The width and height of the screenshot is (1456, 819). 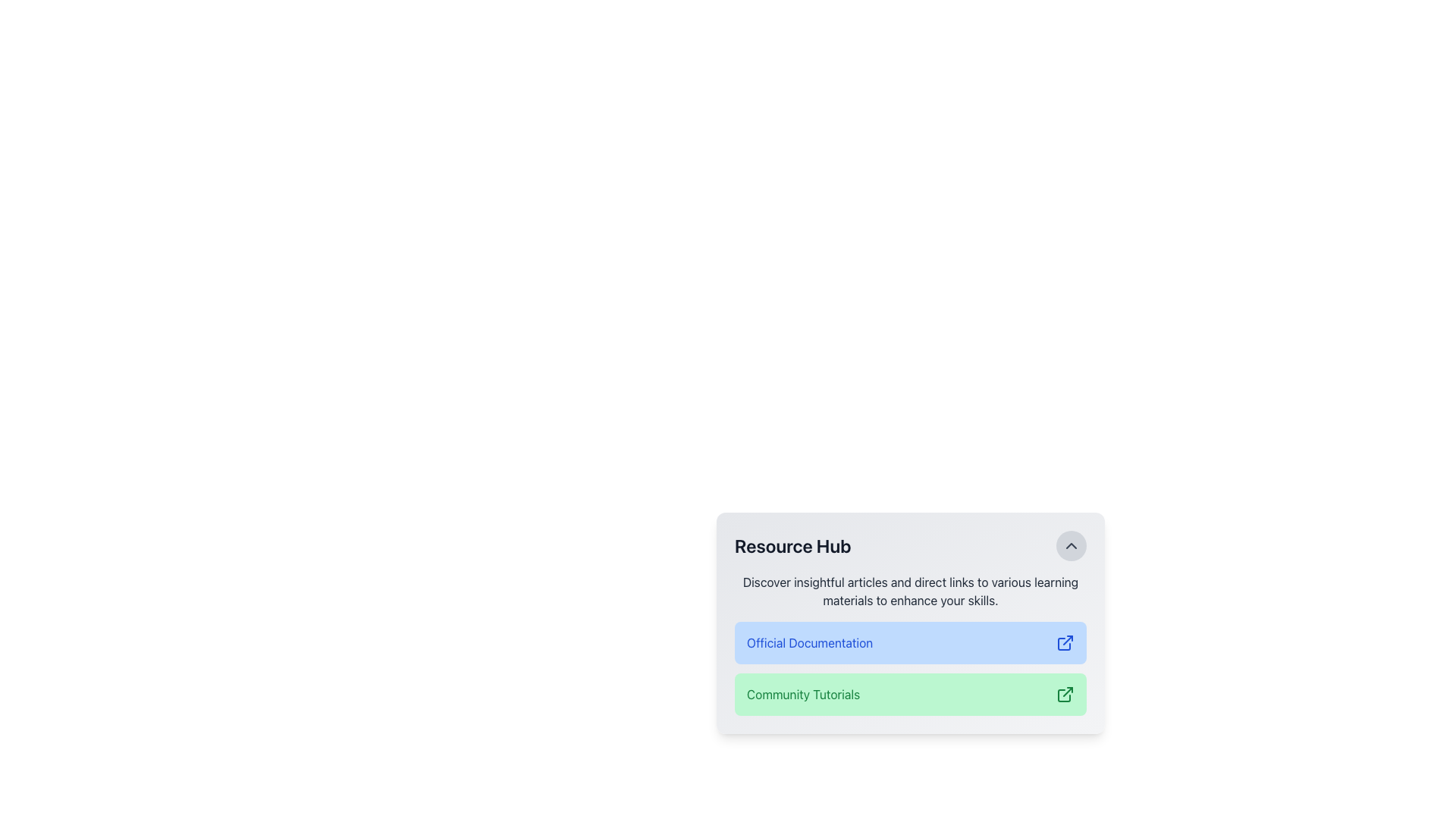 I want to click on the chevron icon located inside the circular button at the top right corner of the 'Resource Hub' card, so click(x=1070, y=546).